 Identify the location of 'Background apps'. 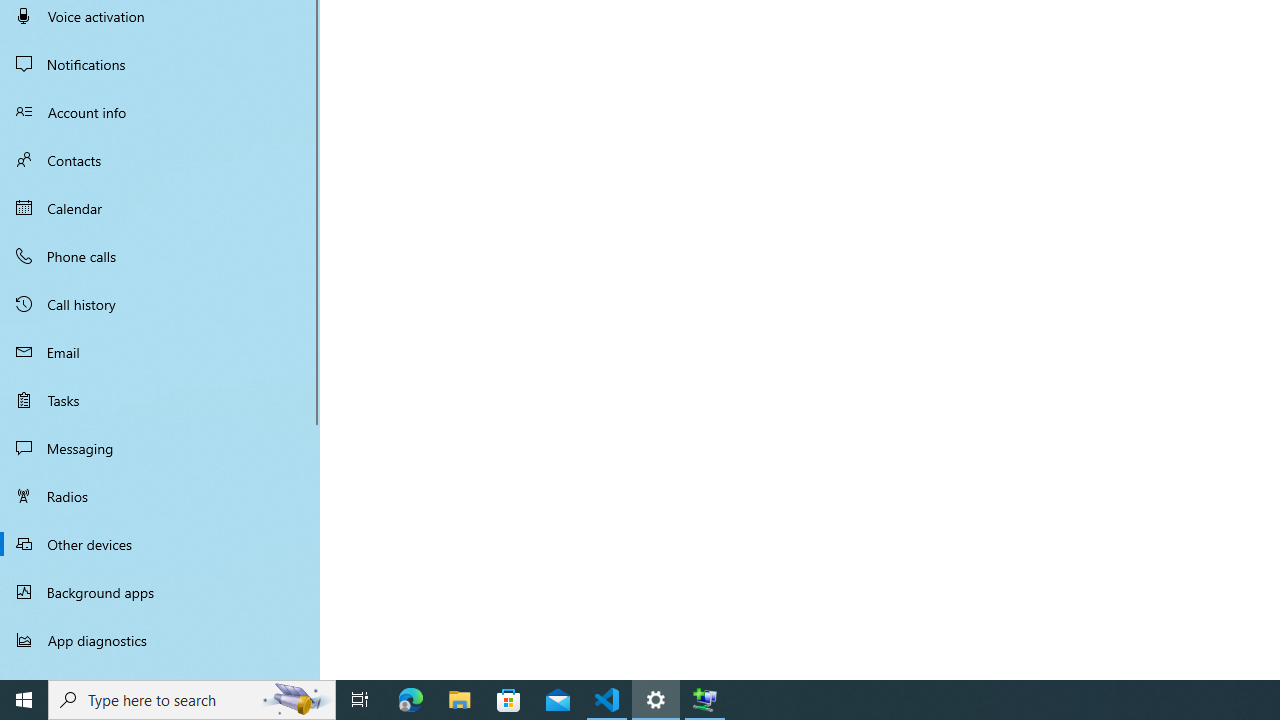
(160, 591).